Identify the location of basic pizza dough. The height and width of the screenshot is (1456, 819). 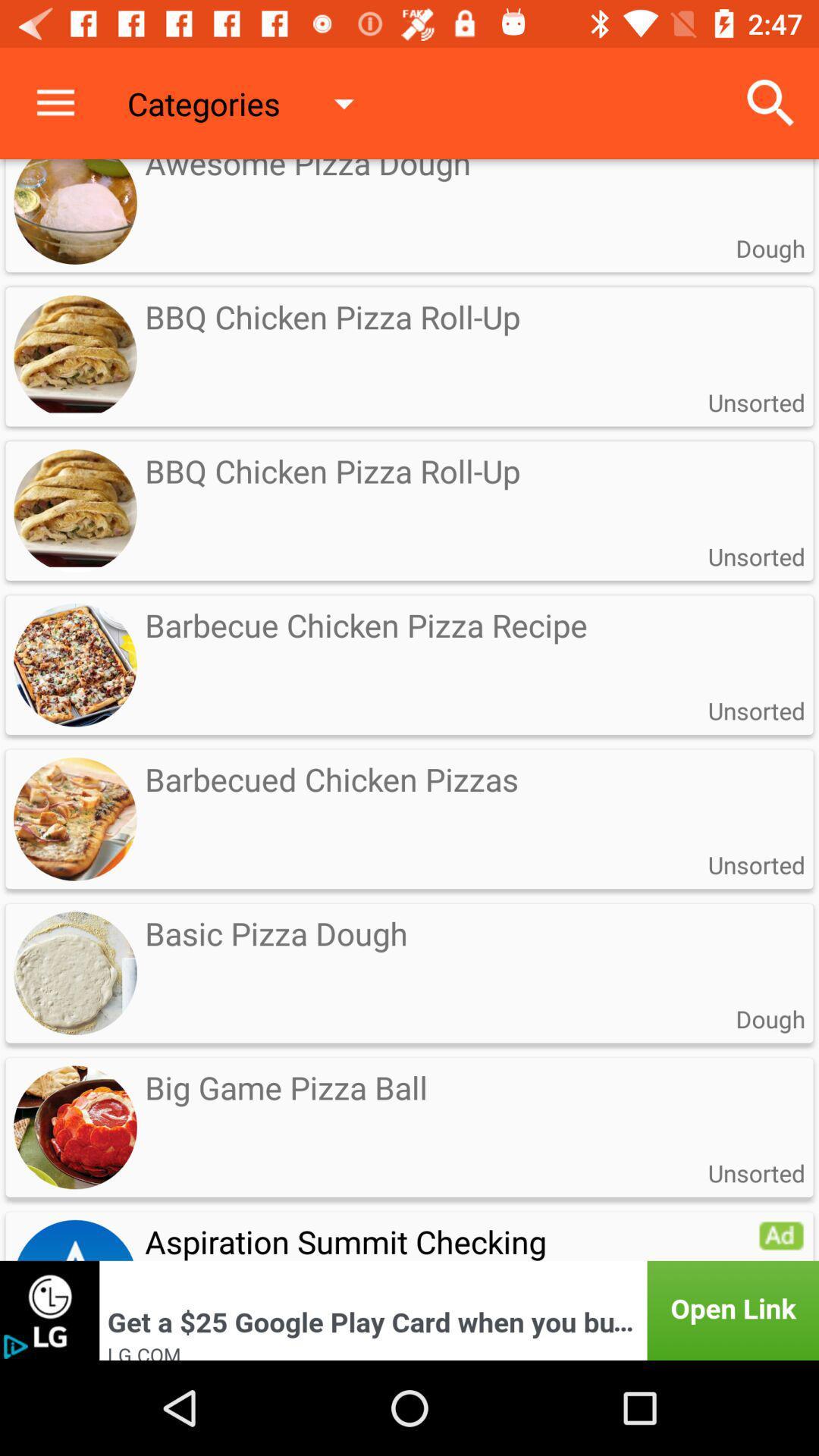
(409, 952).